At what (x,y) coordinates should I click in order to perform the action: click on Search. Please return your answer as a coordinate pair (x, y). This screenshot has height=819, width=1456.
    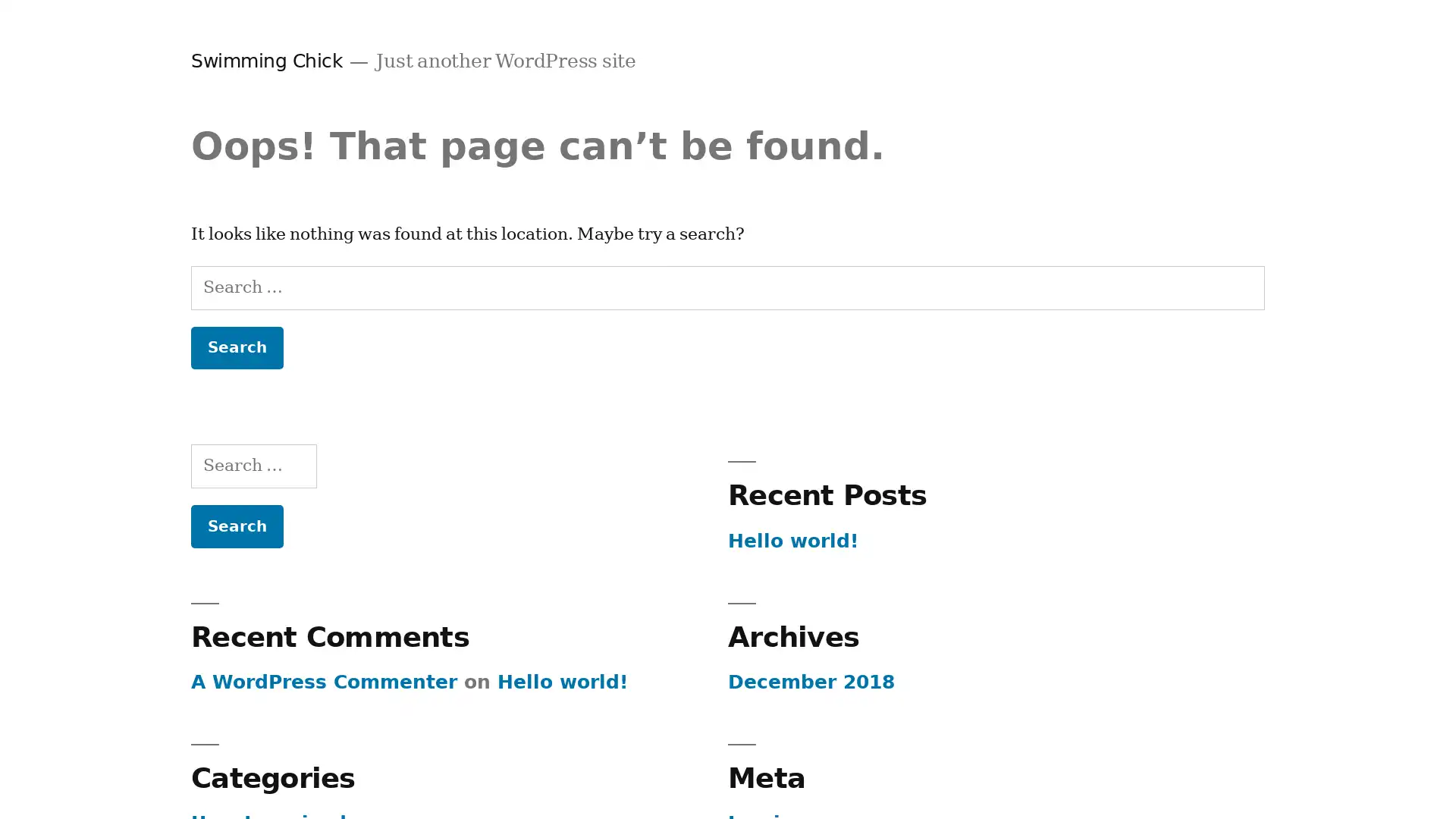
    Looking at the image, I should click on (236, 347).